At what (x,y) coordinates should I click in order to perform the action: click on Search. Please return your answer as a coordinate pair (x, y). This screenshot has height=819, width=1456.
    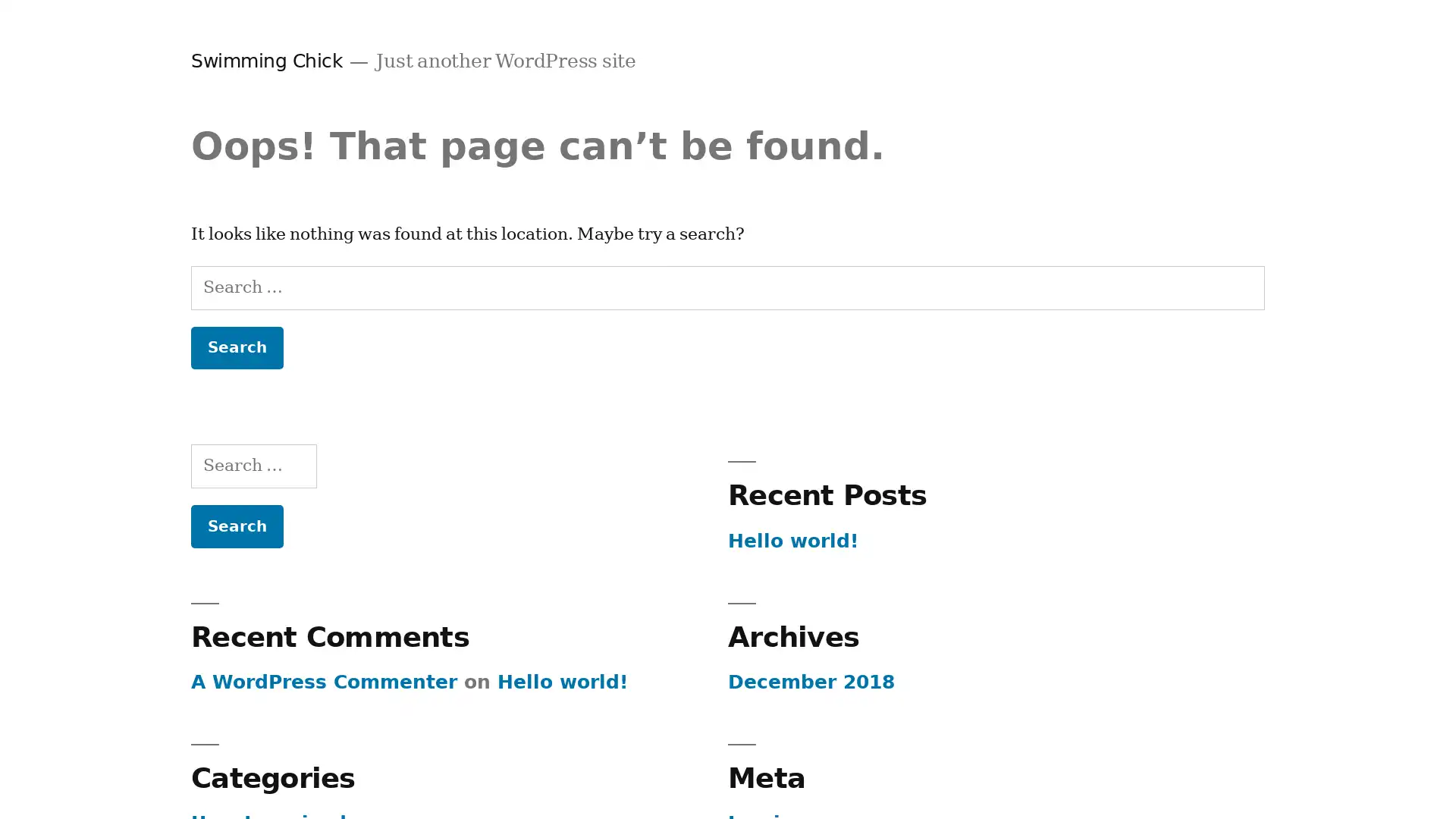
    Looking at the image, I should click on (236, 347).